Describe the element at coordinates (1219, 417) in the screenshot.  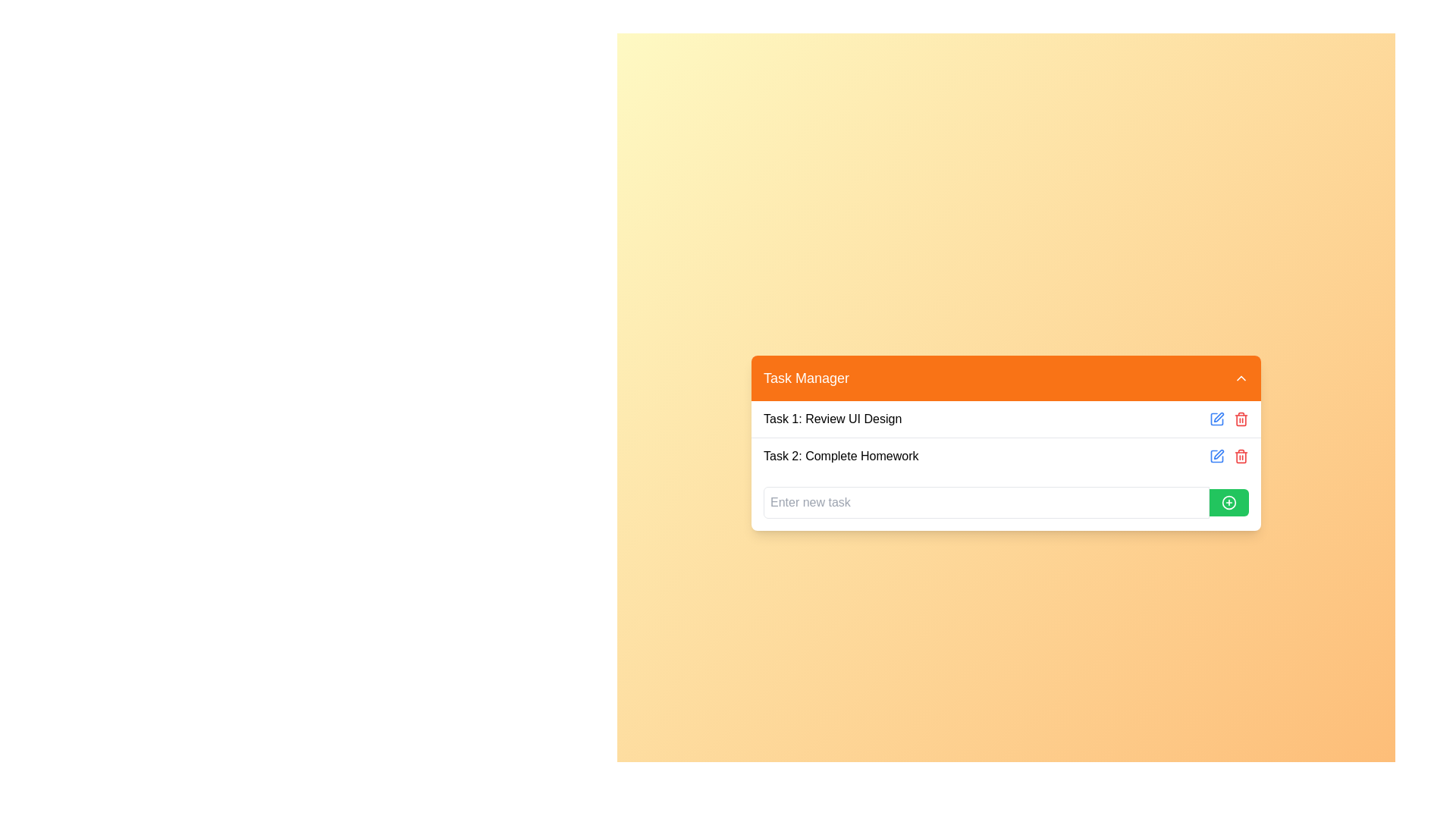
I see `the pen icon button in the upper-right corner of the 'Task Manager' card` at that location.